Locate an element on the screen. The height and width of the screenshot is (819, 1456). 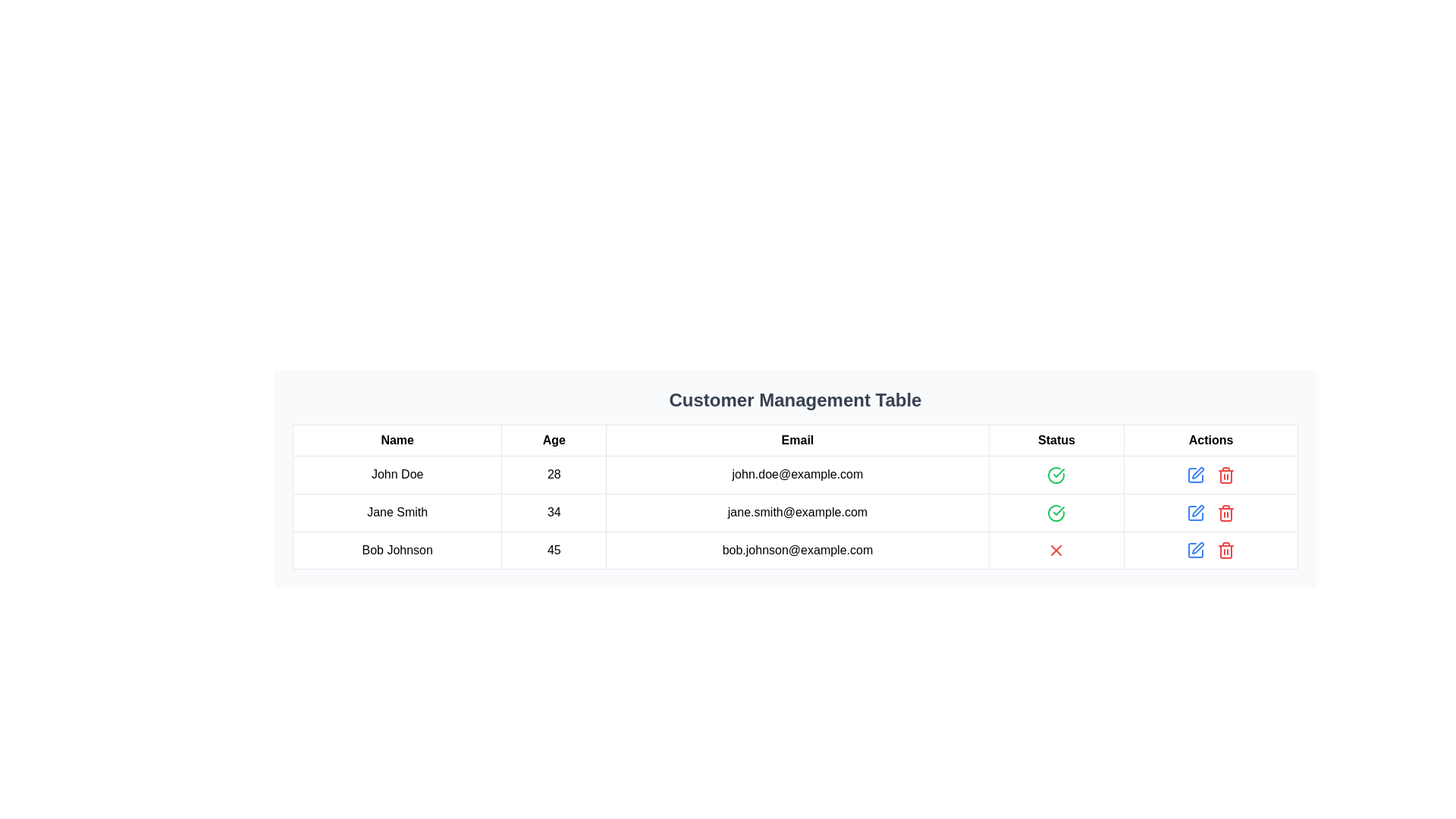
the edit icon button in the 'Actions' column of the third row, which is associated with the data entry for Bob Johnson is located at coordinates (1195, 512).